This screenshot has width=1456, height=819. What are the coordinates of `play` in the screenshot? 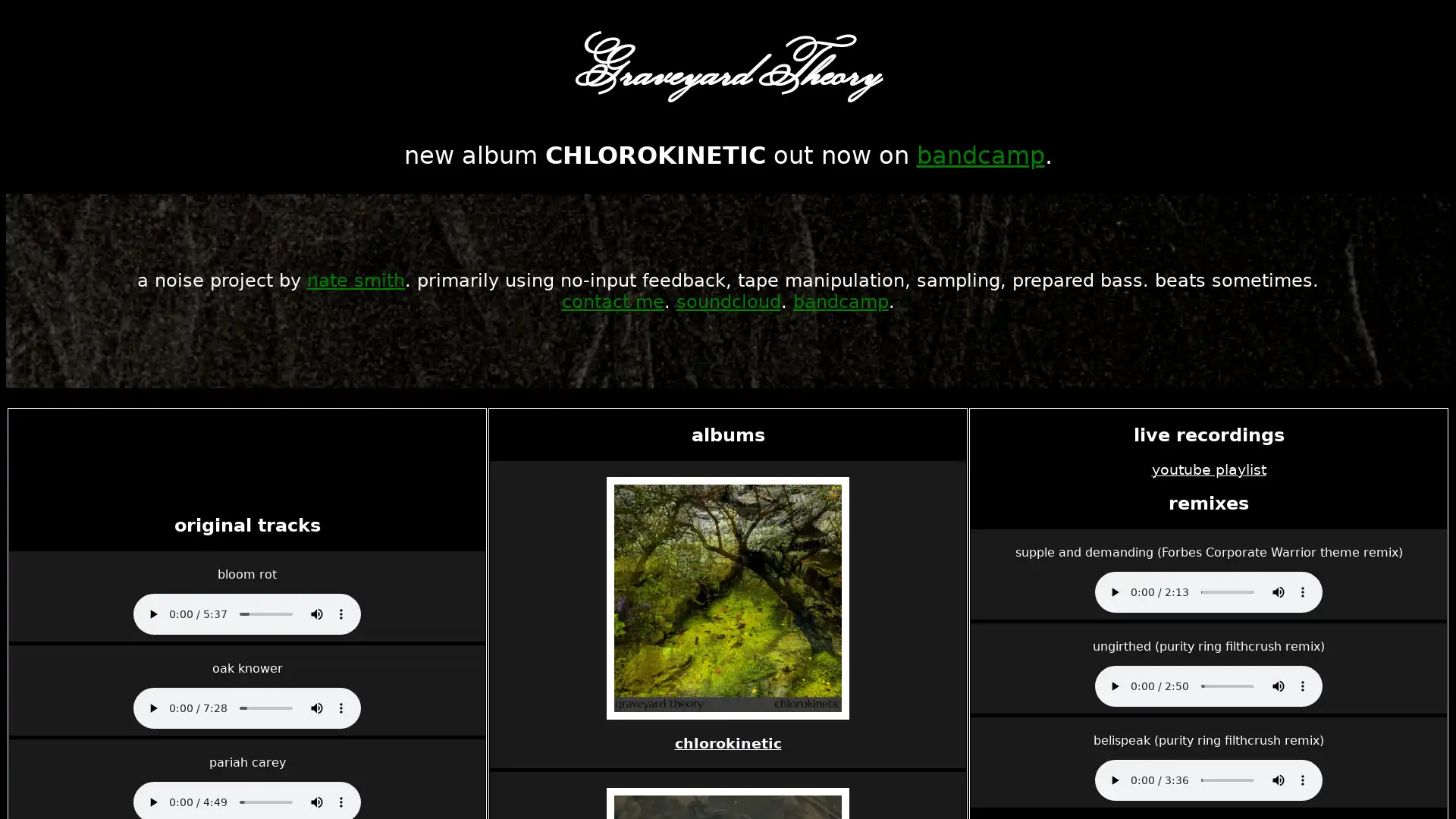 It's located at (152, 800).